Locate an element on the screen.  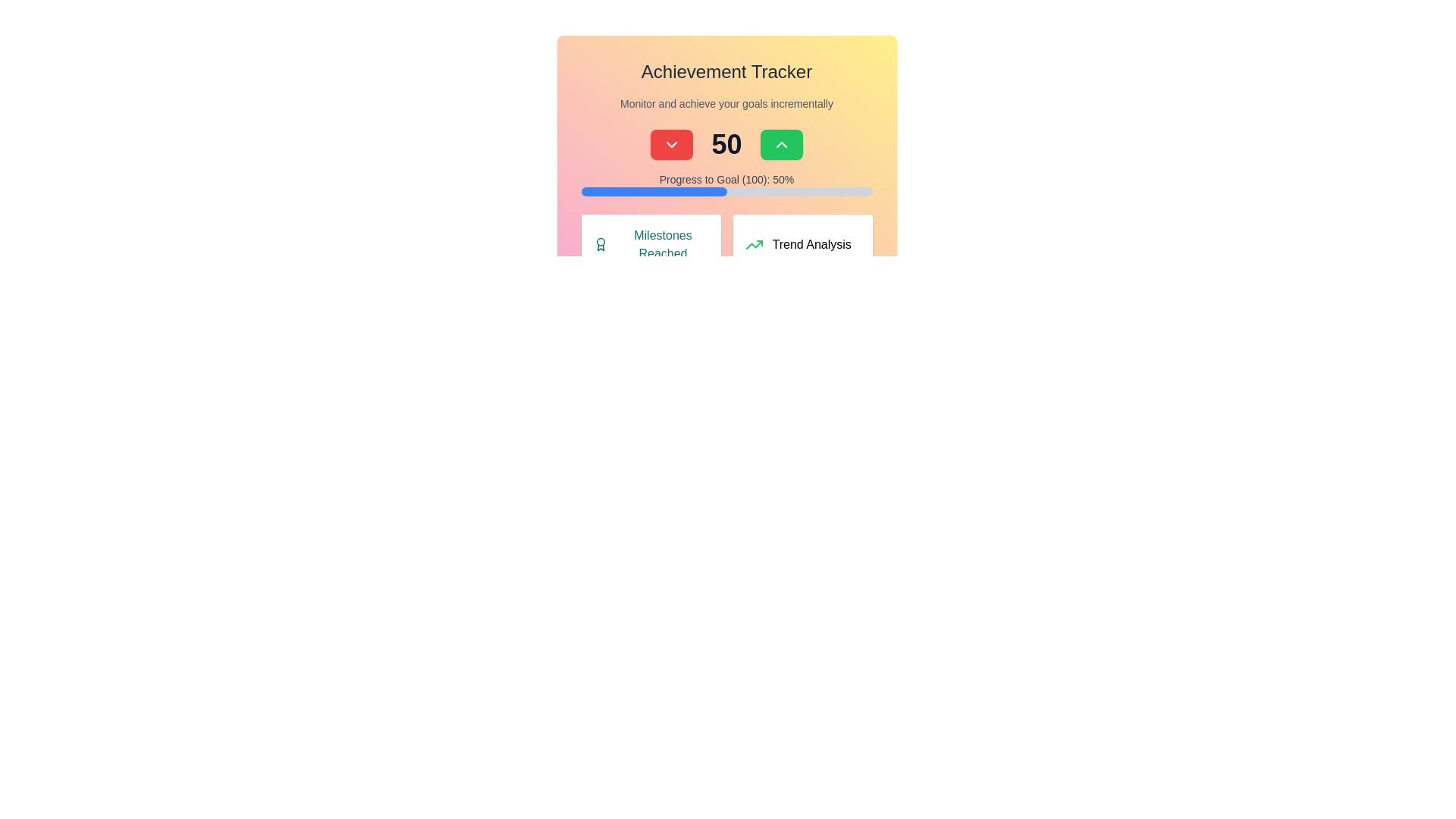
the progress percentage displayed in the progress bar labeled 'Progress to Goal (100): 50%' is located at coordinates (726, 184).